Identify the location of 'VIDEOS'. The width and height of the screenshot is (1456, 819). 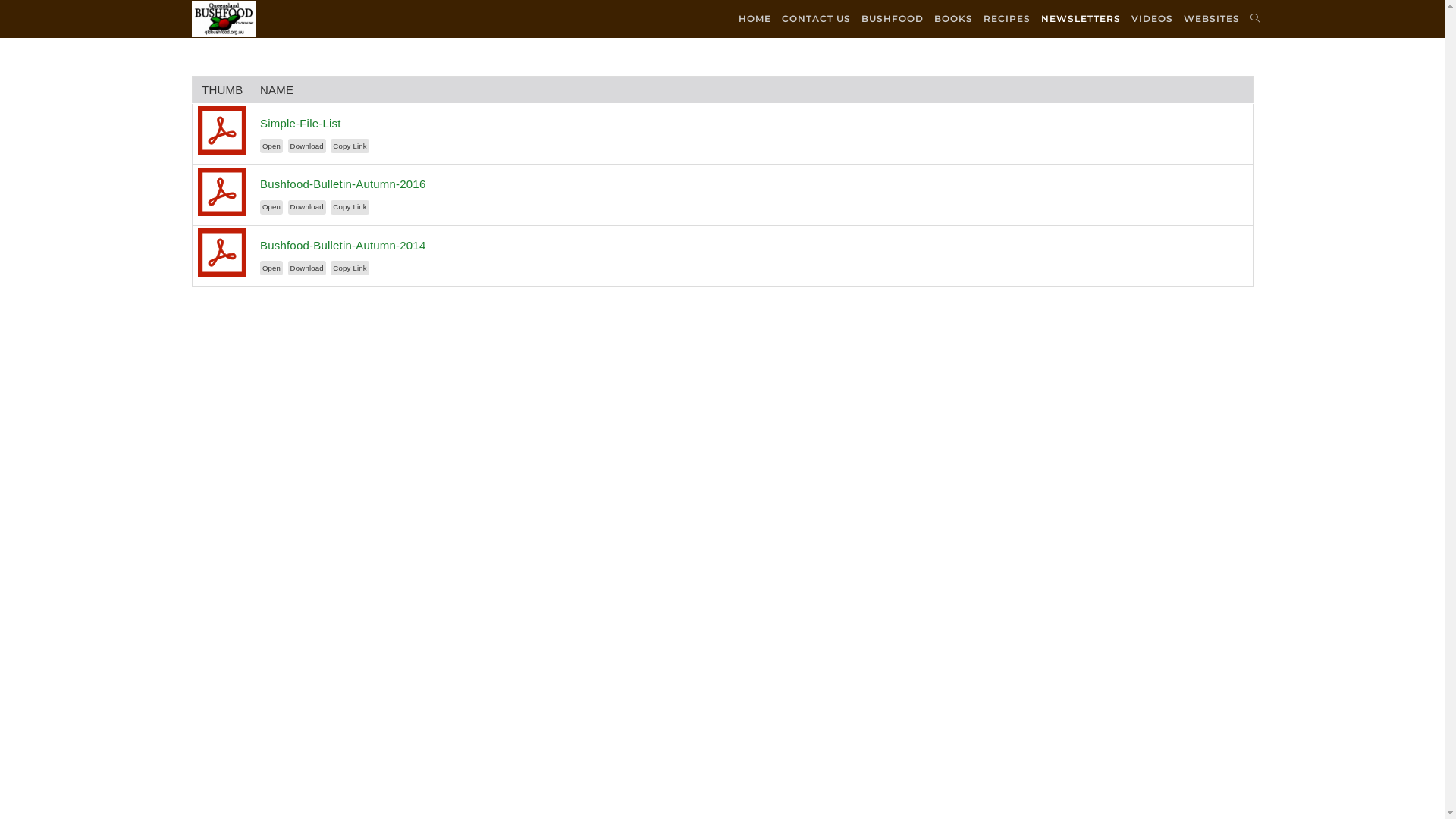
(1151, 18).